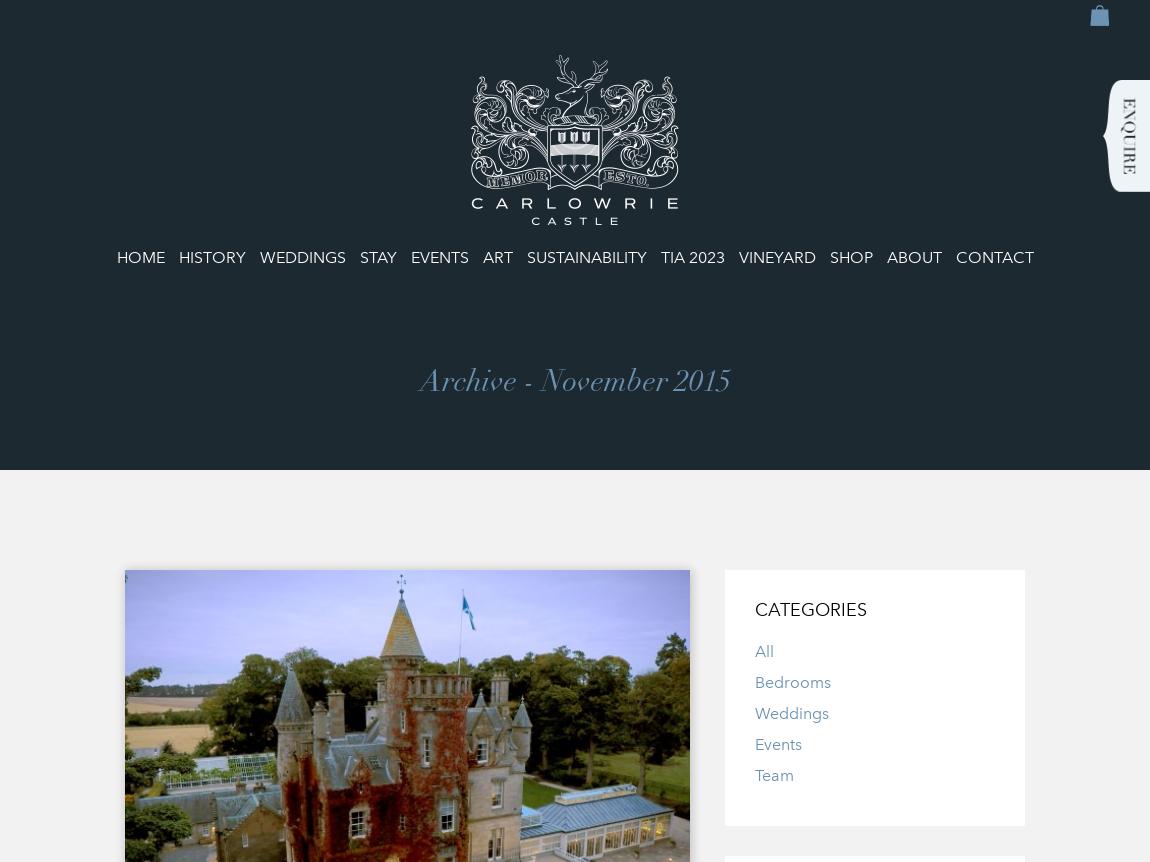  Describe the element at coordinates (138, 256) in the screenshot. I see `'Home'` at that location.